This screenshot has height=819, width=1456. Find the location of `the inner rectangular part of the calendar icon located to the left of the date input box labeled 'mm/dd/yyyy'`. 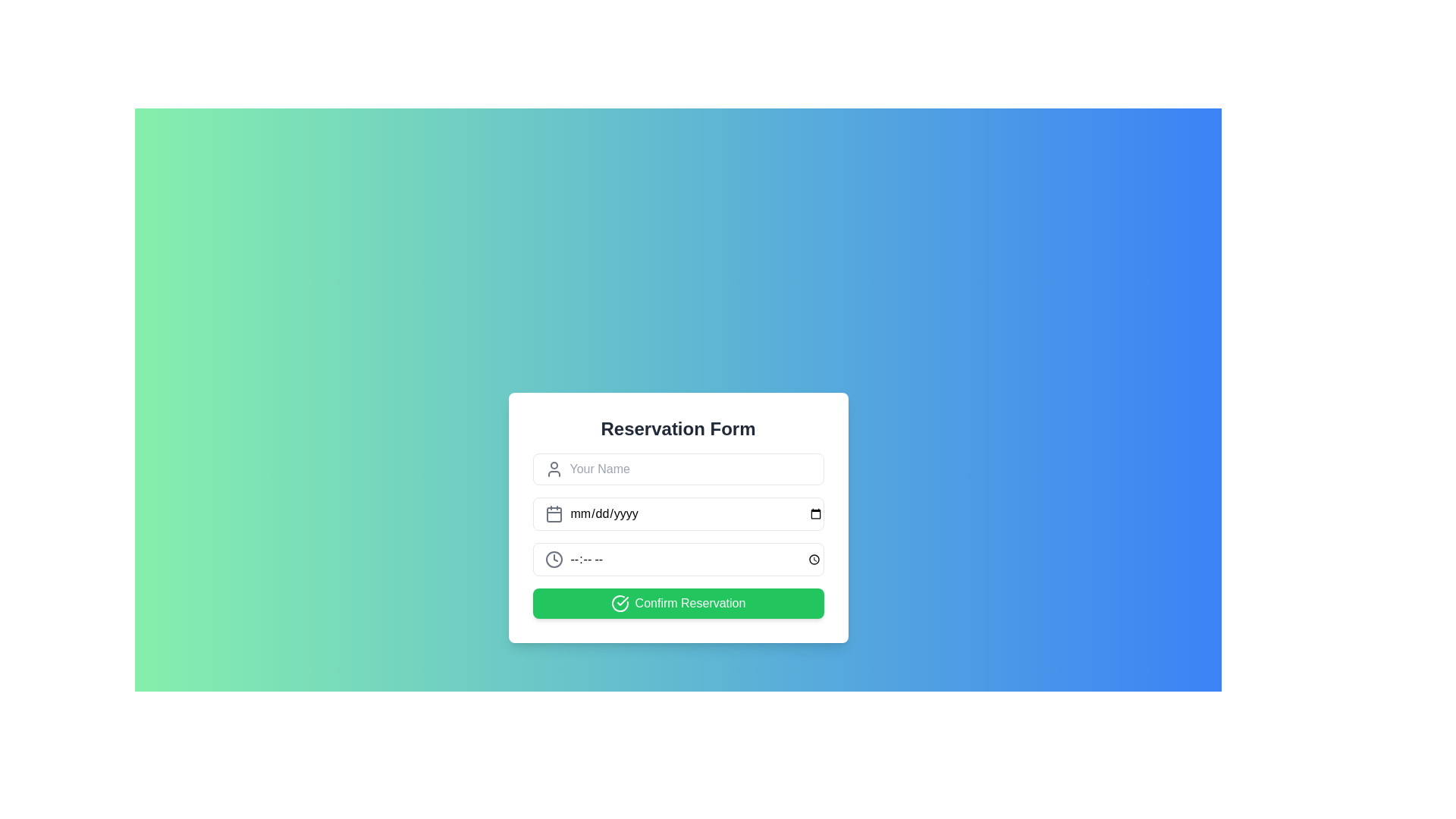

the inner rectangular part of the calendar icon located to the left of the date input box labeled 'mm/dd/yyyy' is located at coordinates (553, 513).